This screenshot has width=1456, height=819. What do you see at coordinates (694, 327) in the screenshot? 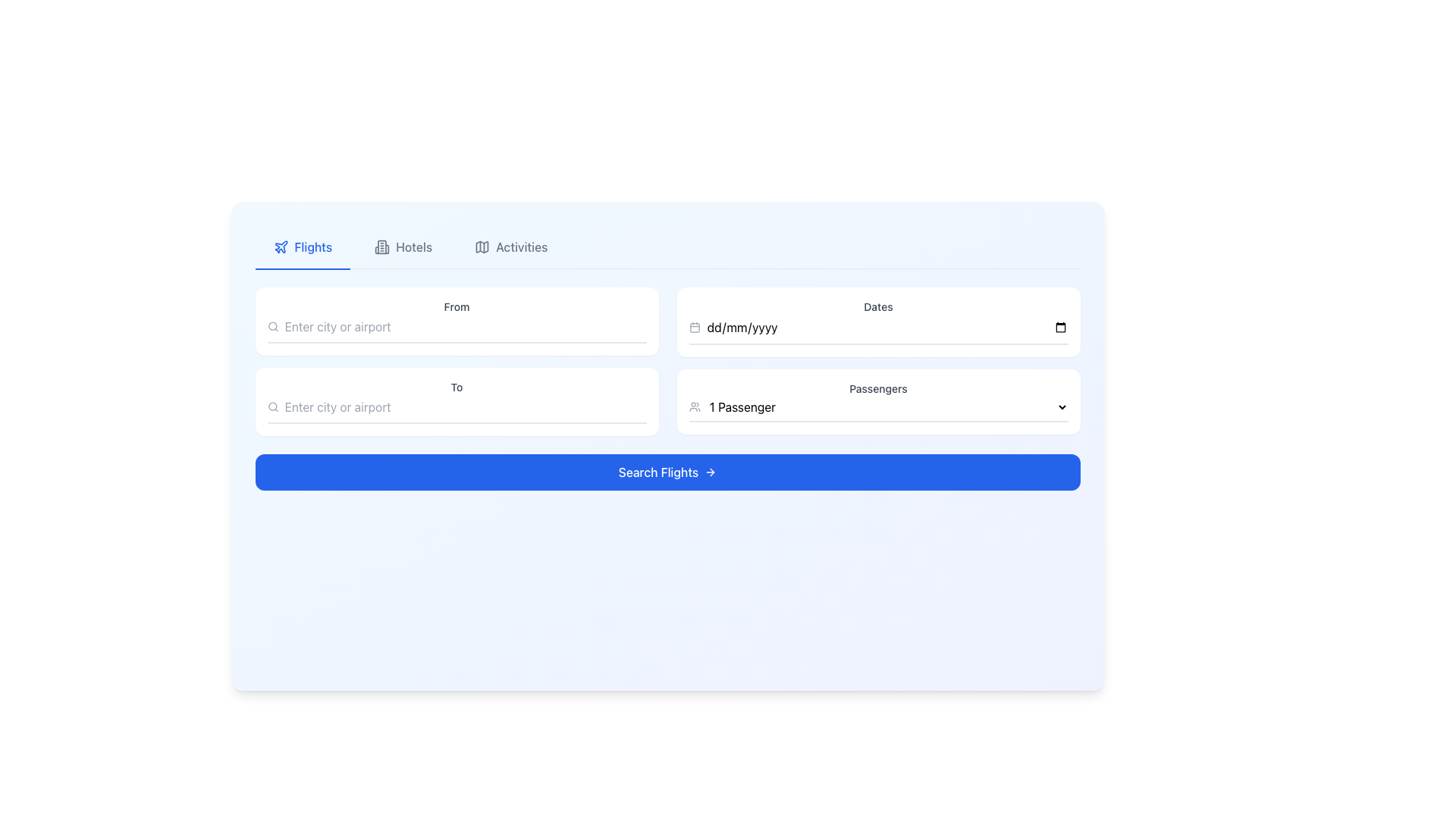
I see `the small rectangular gray icon located within the 'Dates' input field, adjacent to the text placeholder 'dd/mm/yyyy'` at bounding box center [694, 327].